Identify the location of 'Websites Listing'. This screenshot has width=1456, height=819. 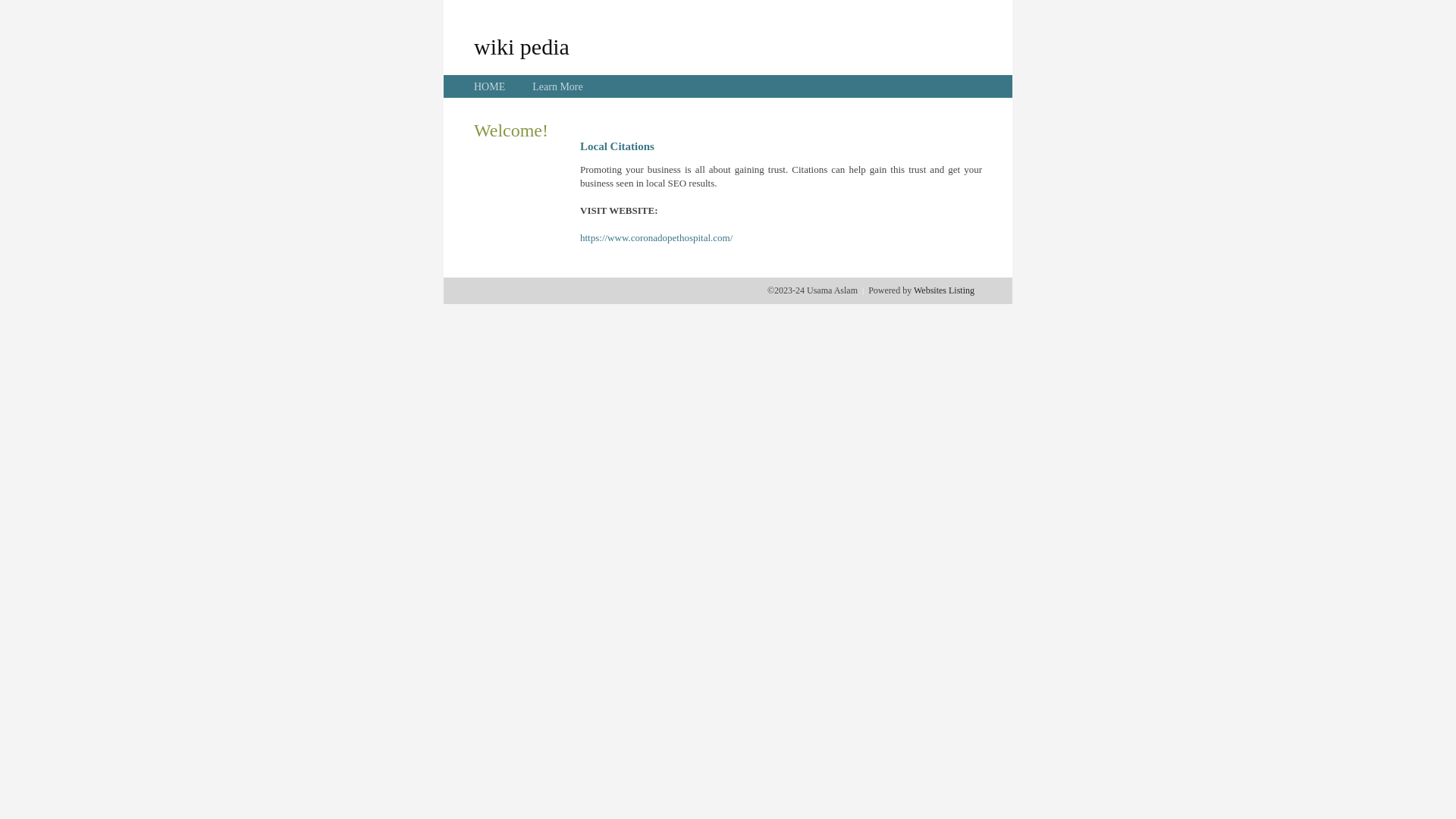
(943, 290).